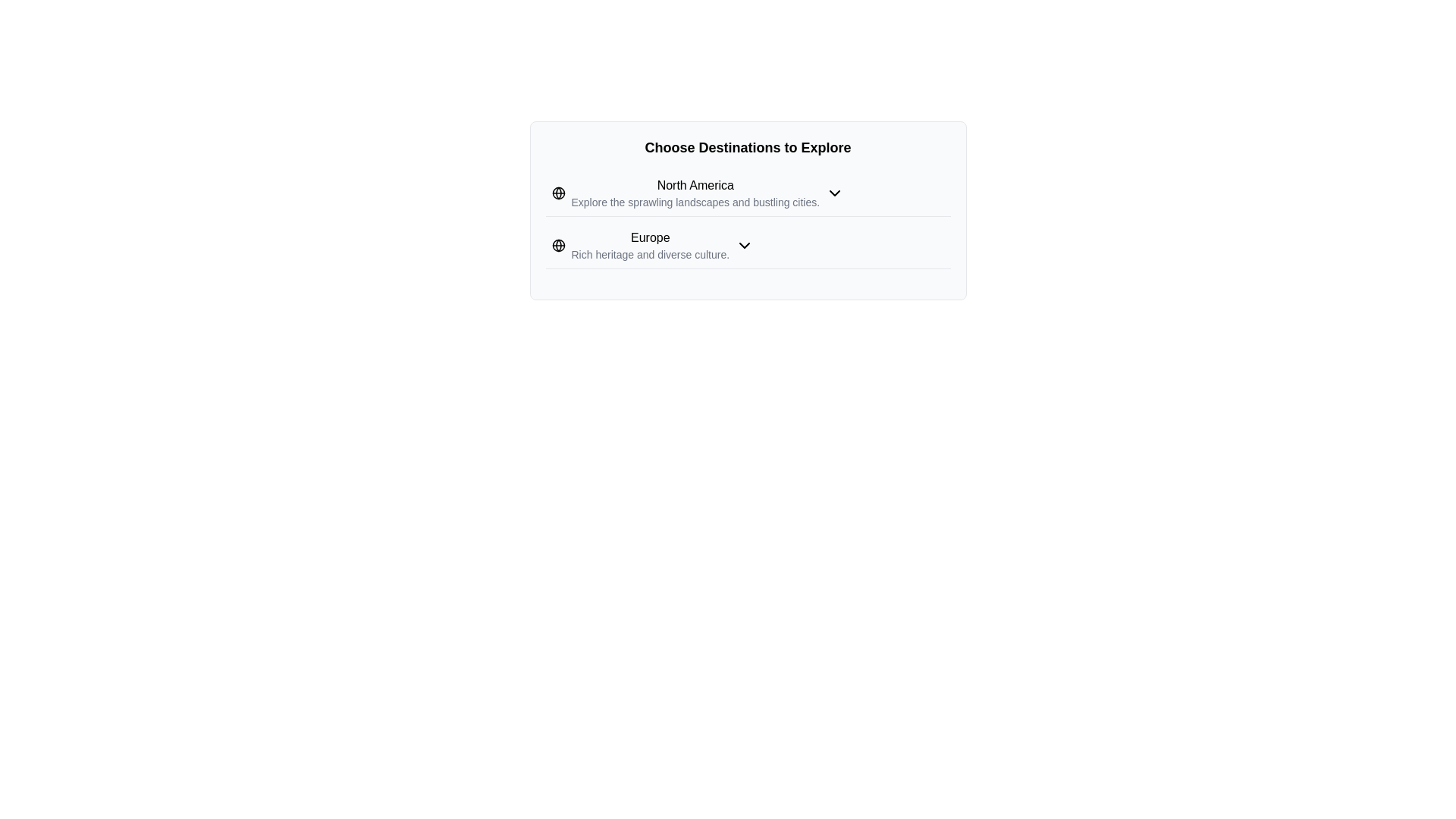 The height and width of the screenshot is (819, 1456). Describe the element at coordinates (557, 245) in the screenshot. I see `the decorative globe icon positioned to the left of the text 'Europe' in the second entry of the list` at that location.